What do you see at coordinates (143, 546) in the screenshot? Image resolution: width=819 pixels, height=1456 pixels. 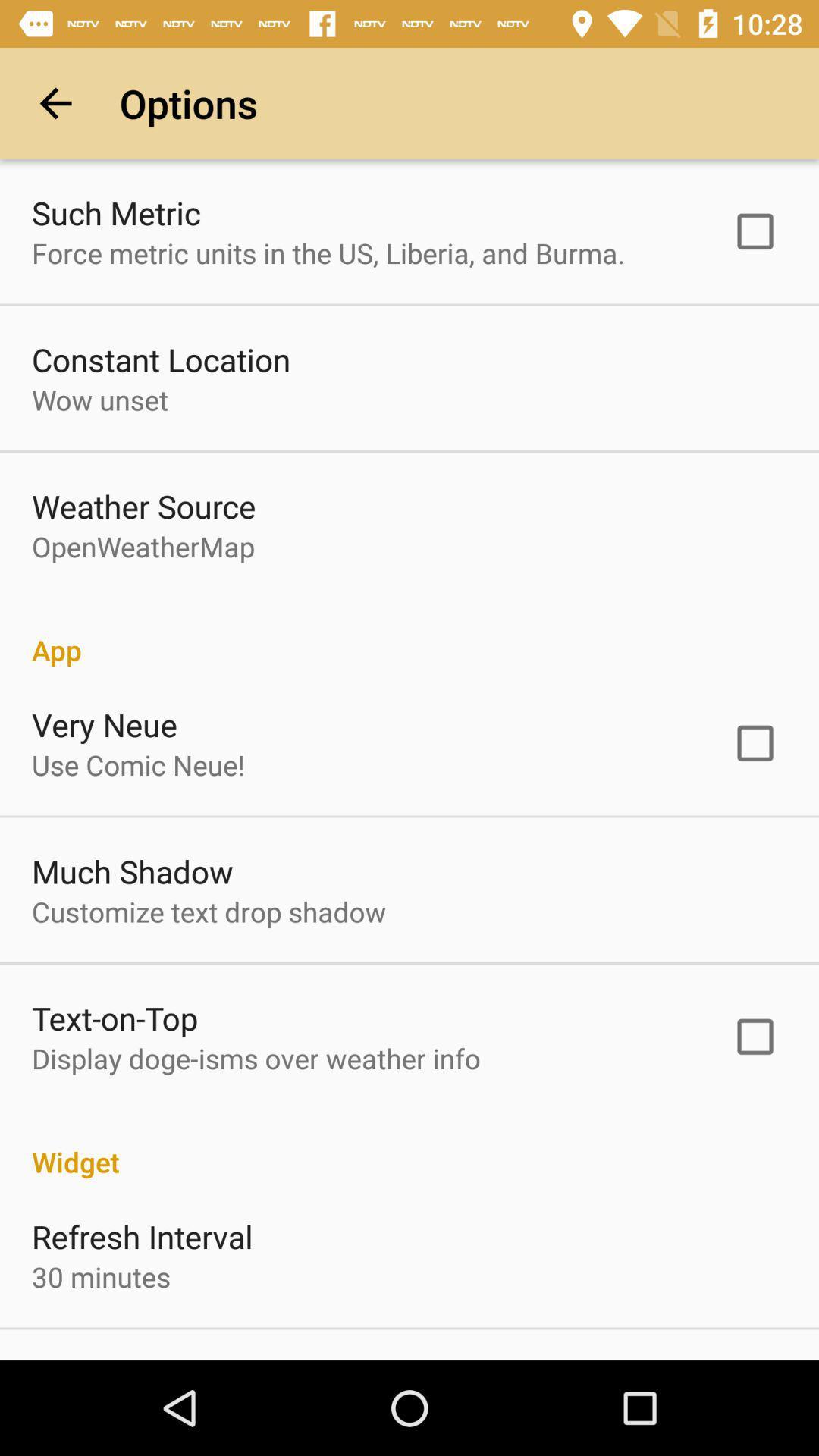 I see `openweathermap` at bounding box center [143, 546].